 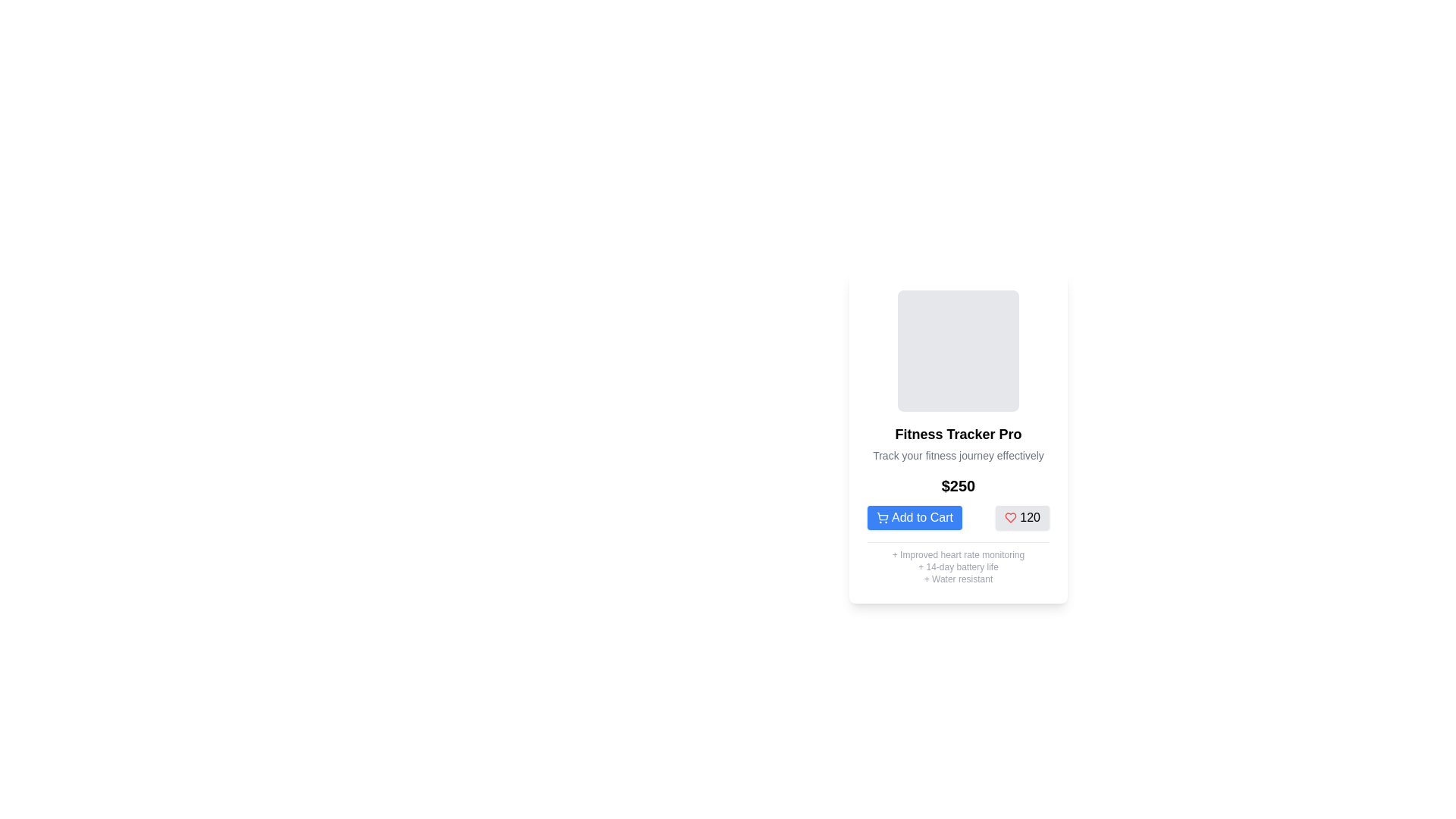 What do you see at coordinates (957, 555) in the screenshot?
I see `text '+ Improved heart rate monitoring' which is displayed in light-gray color as the first item in a vertical list of features` at bounding box center [957, 555].